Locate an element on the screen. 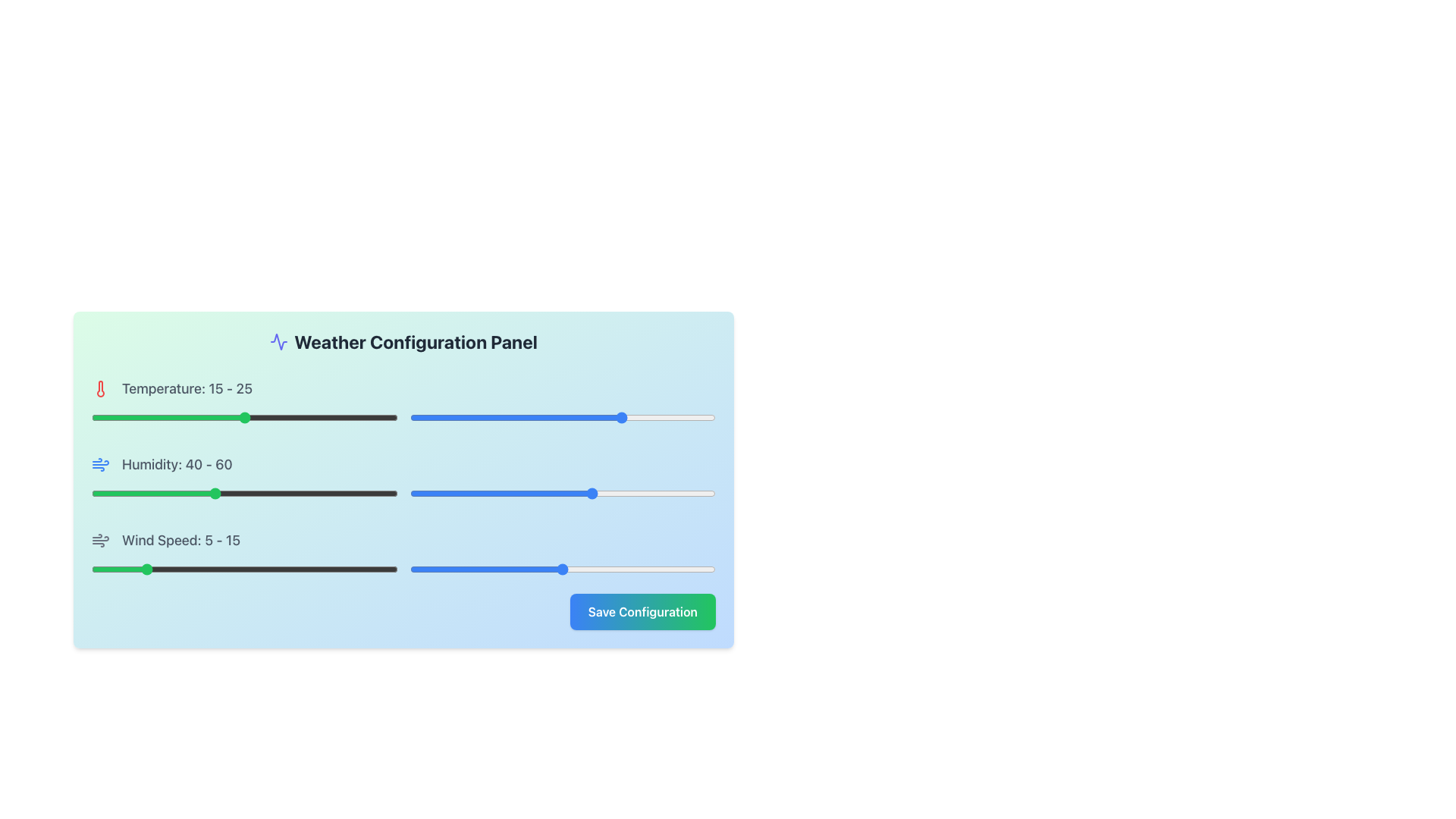 The image size is (1456, 819). the wind speed is located at coordinates (183, 570).